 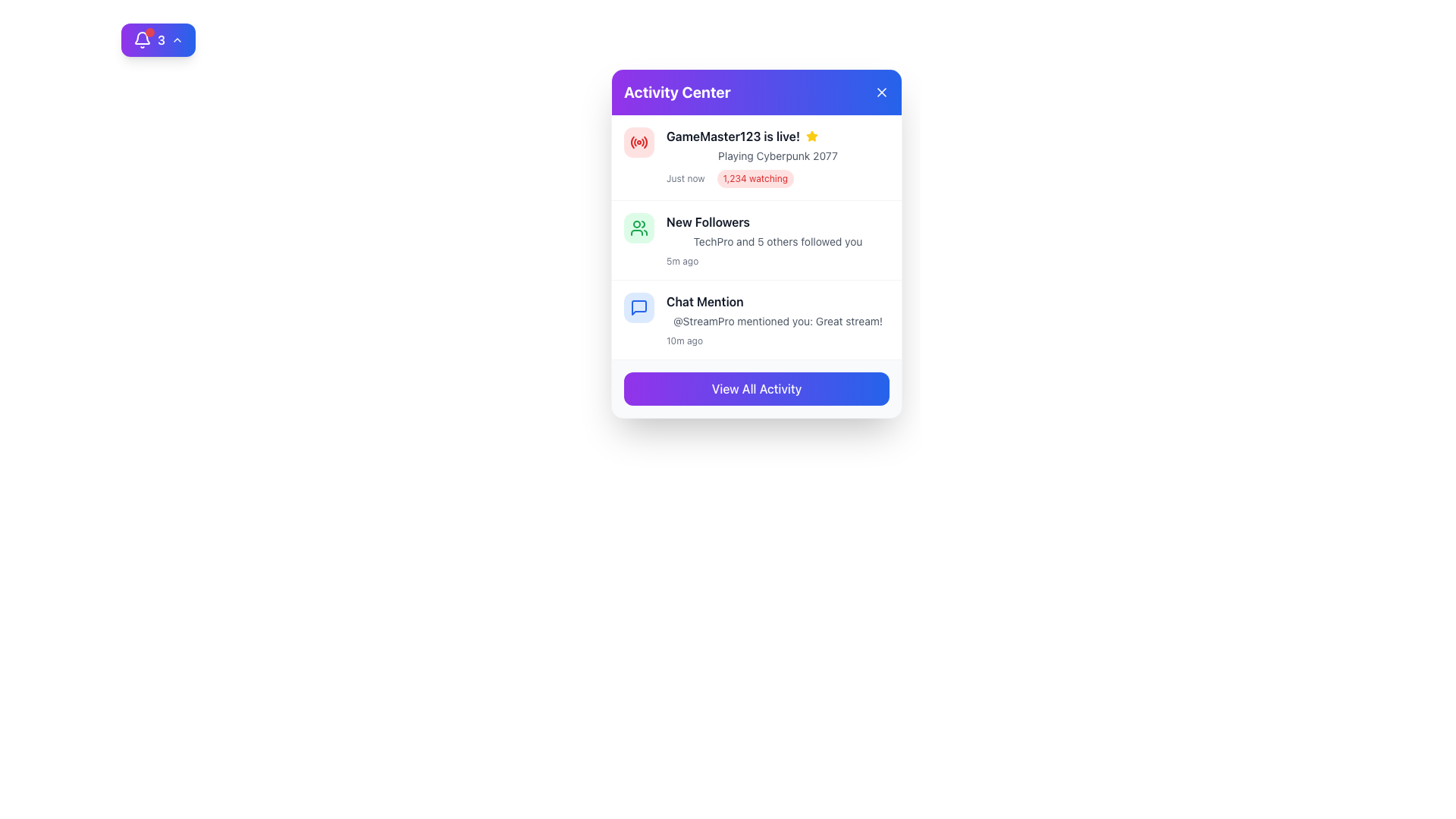 What do you see at coordinates (778, 239) in the screenshot?
I see `the 'New Followers' notification item in the Activity Center panel, which displays the text 'New Followers' in bold, followed by 'TechPro and 5 others followed you' and a timestamp '5m ago'` at bounding box center [778, 239].